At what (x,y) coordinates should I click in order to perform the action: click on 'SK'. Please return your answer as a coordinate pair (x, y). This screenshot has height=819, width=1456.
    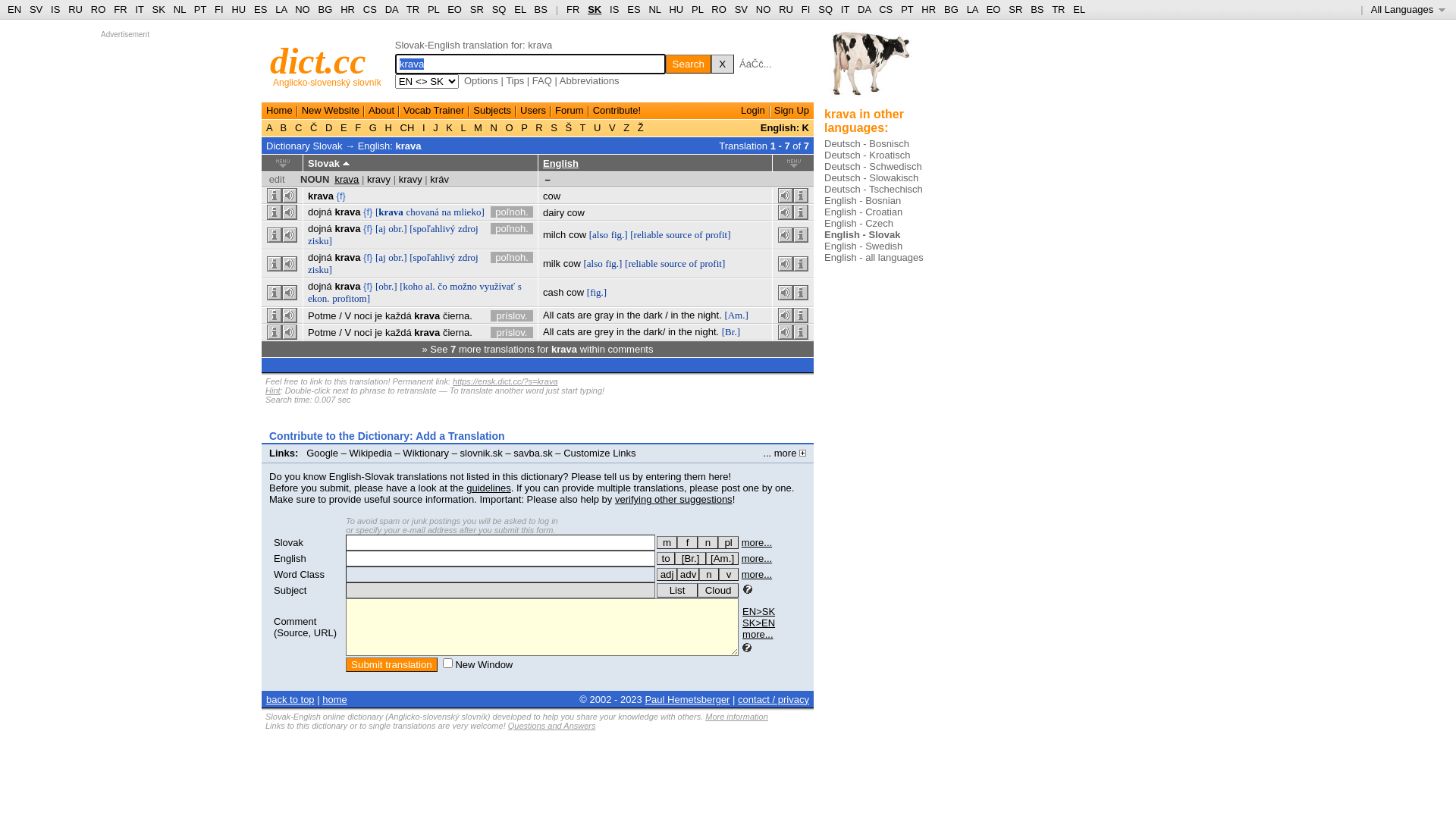
    Looking at the image, I should click on (586, 9).